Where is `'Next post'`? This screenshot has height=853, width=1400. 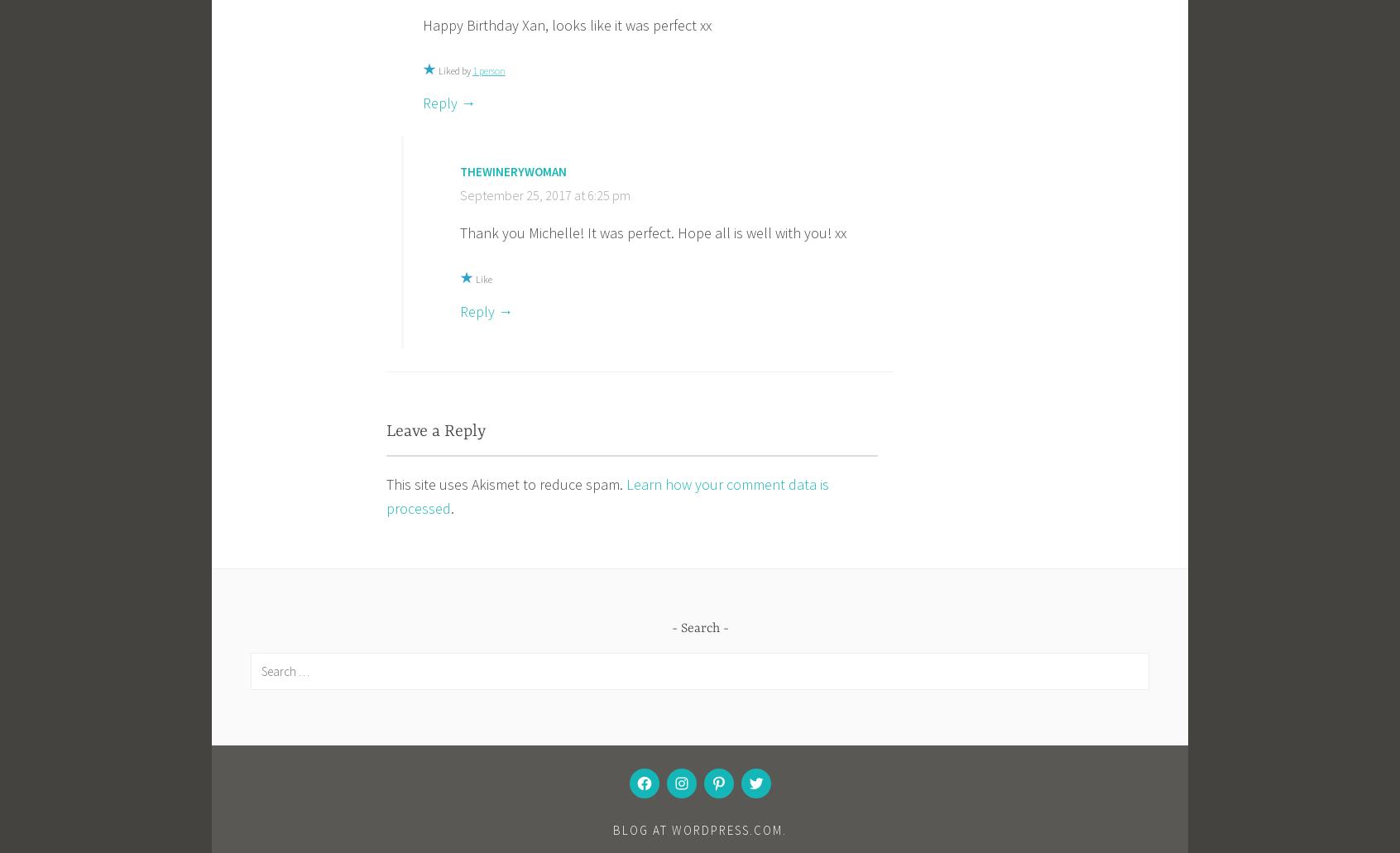 'Next post' is located at coordinates (832, 699).